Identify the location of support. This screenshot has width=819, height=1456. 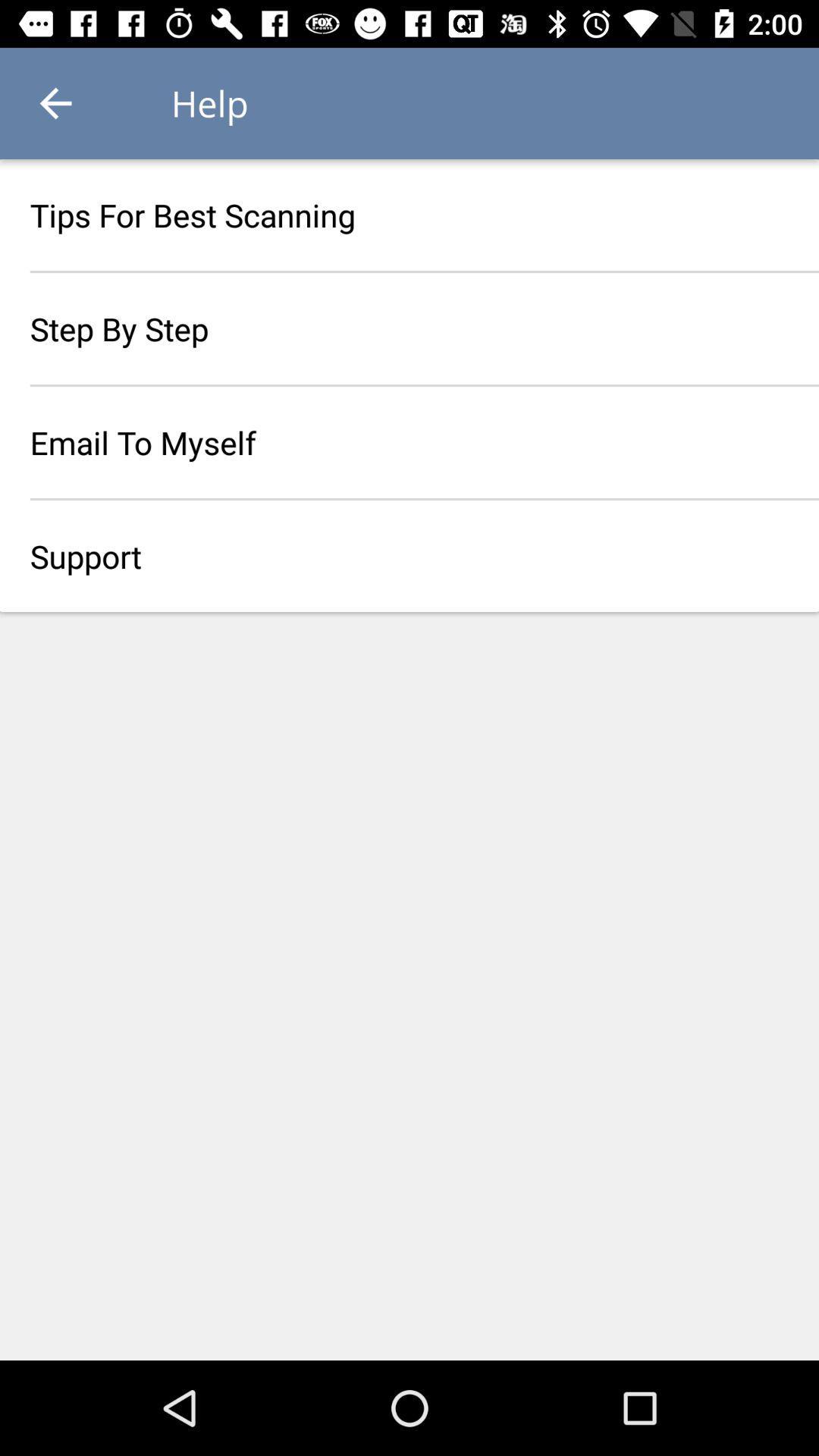
(409, 555).